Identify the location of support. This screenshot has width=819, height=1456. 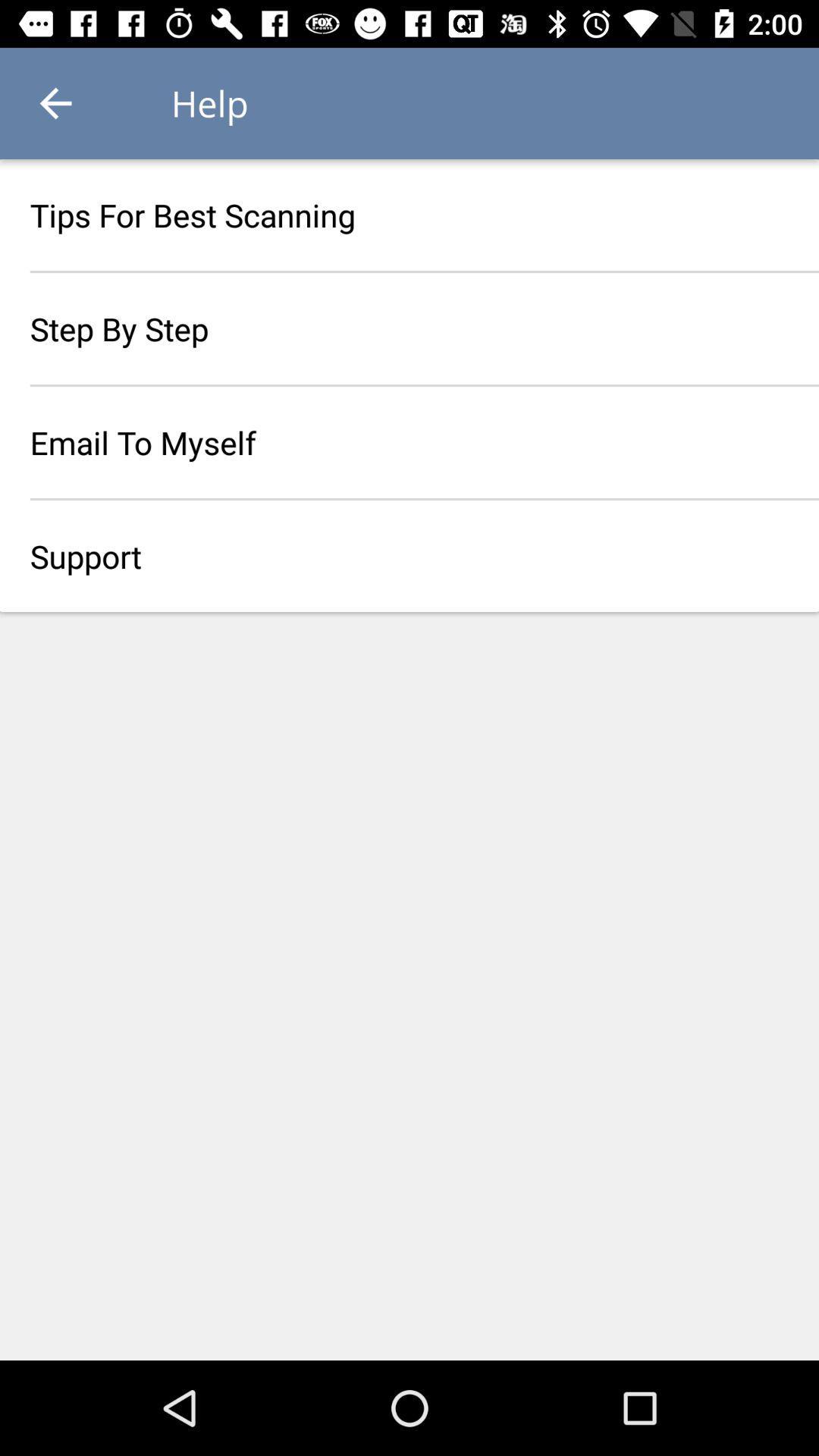
(409, 555).